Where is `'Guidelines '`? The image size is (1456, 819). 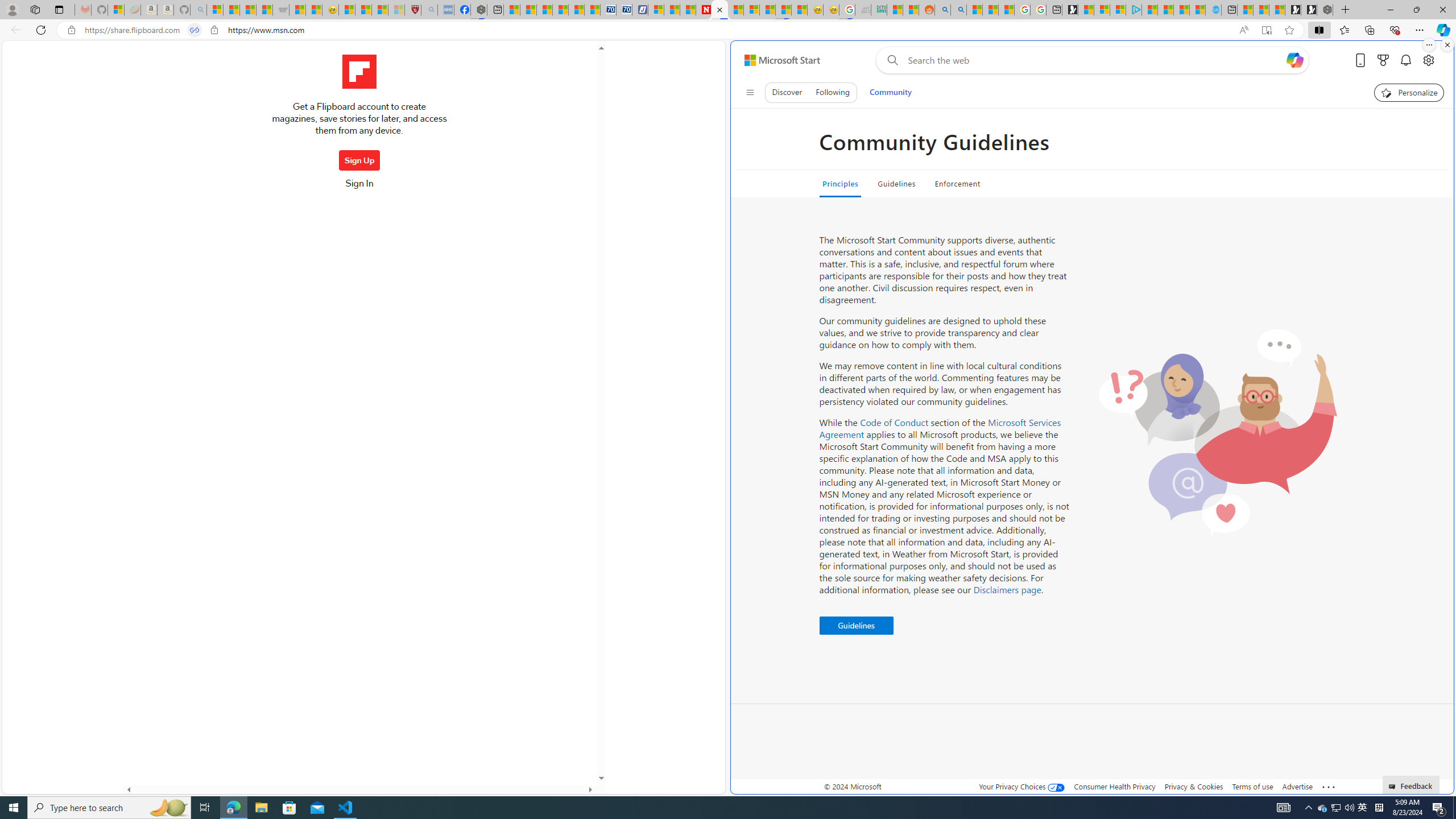
'Guidelines ' is located at coordinates (855, 625).